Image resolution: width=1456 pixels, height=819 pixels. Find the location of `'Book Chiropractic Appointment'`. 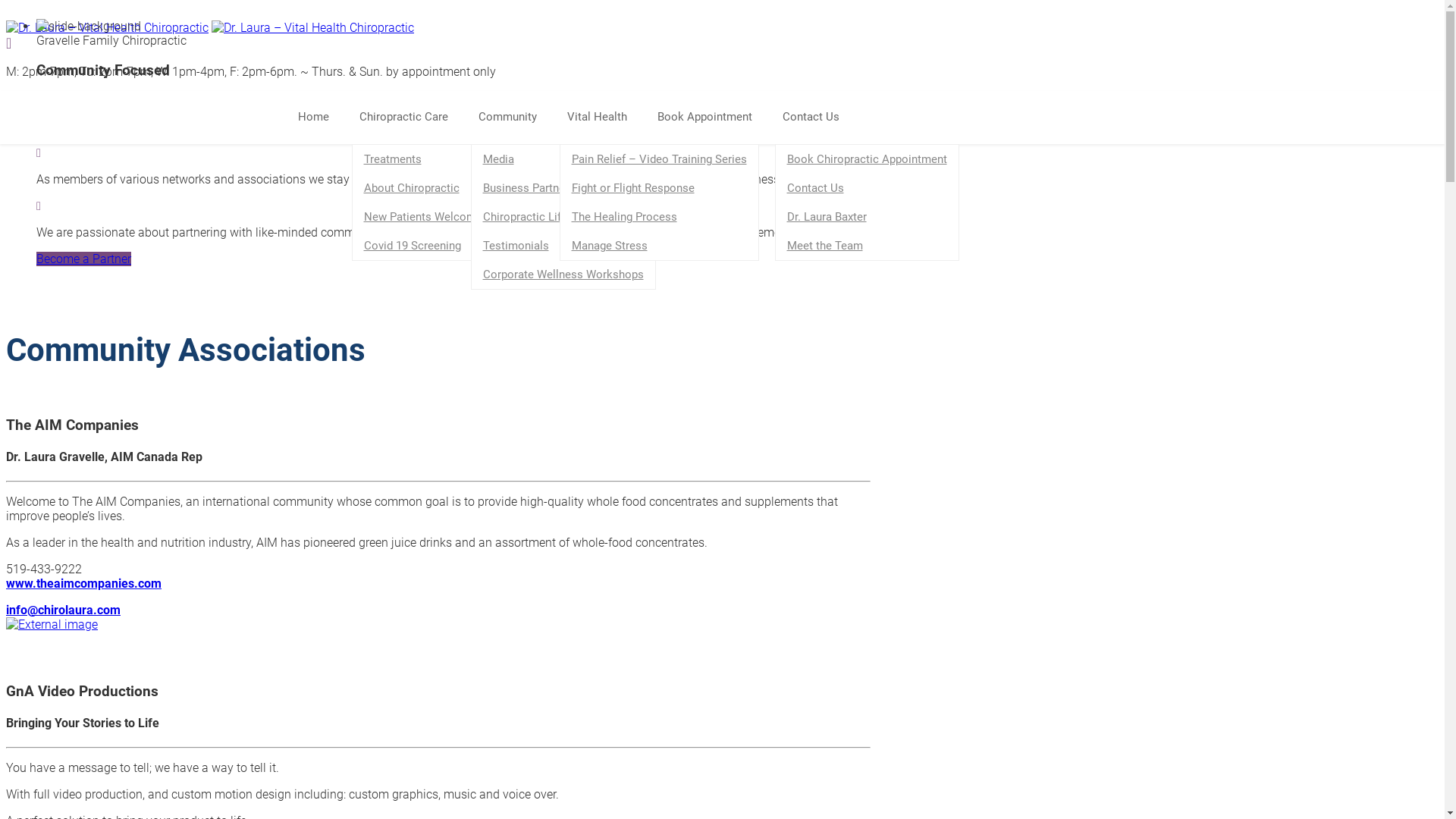

'Book Chiropractic Appointment' is located at coordinates (866, 158).